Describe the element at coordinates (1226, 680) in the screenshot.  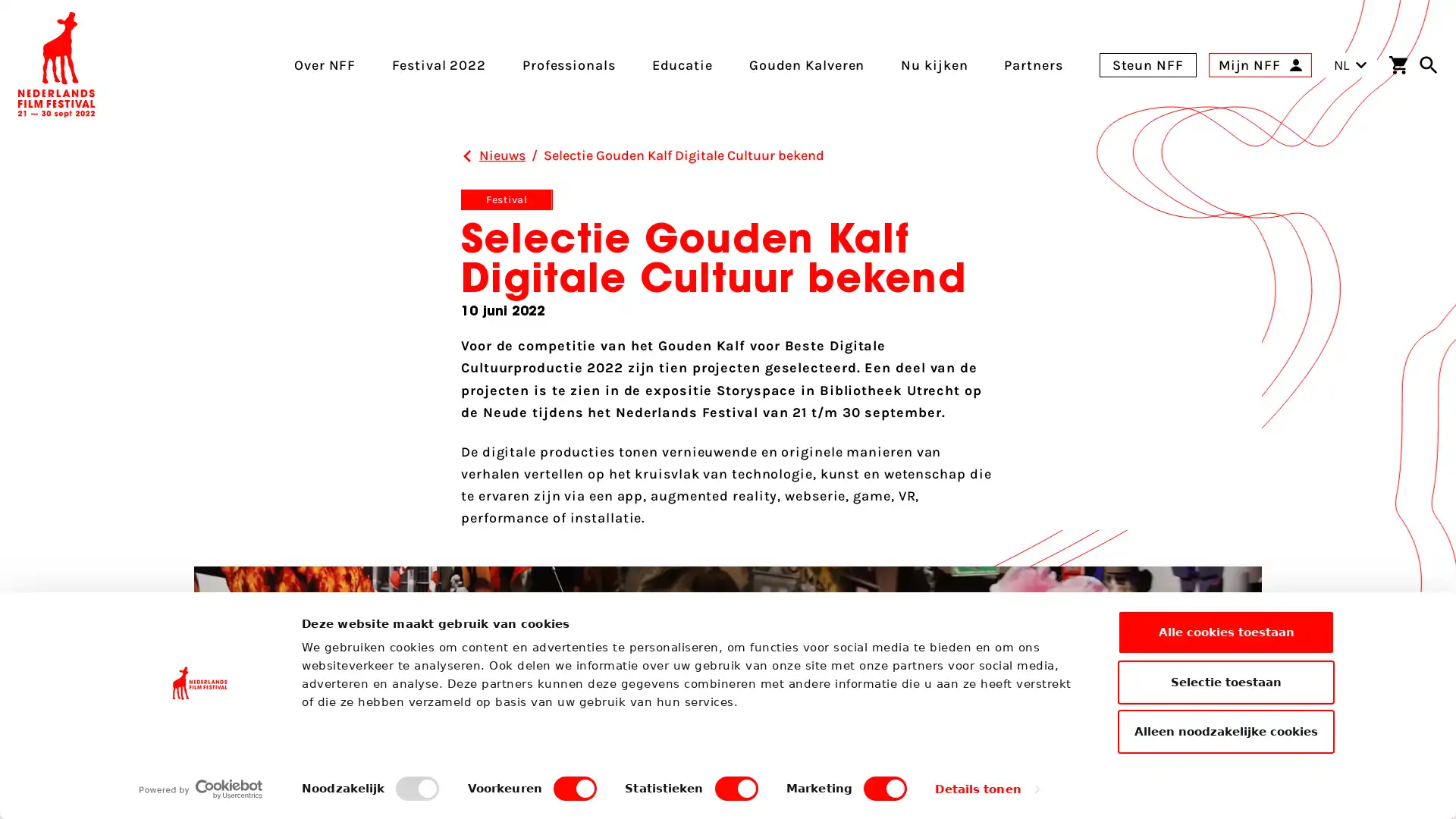
I see `Selectie toestaan` at that location.